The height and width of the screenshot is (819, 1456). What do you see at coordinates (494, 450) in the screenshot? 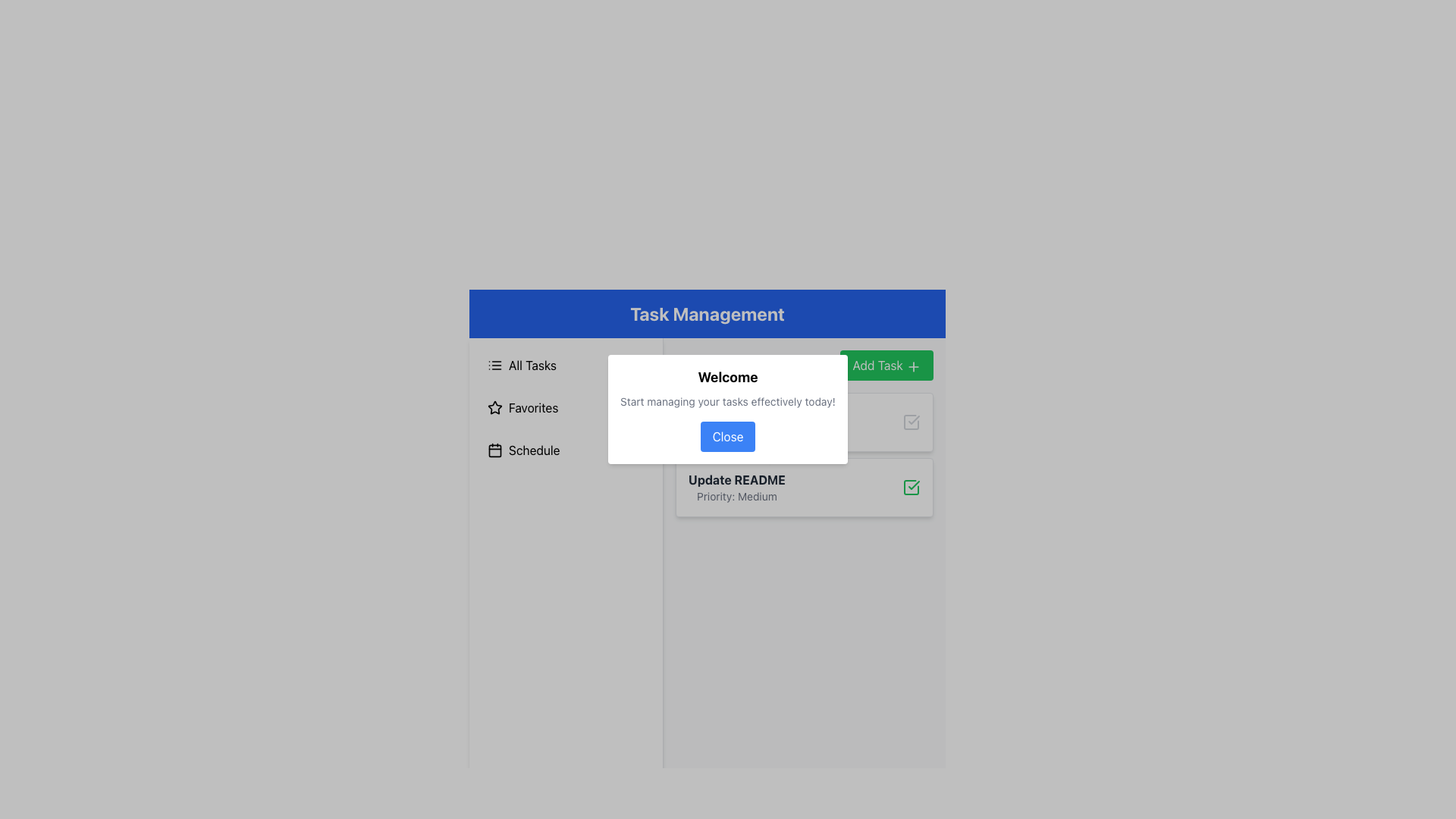
I see `the 'Schedule' icon in the sidebar menu, which is positioned third in the vertical list of items and visually represents the scheduling option` at bounding box center [494, 450].